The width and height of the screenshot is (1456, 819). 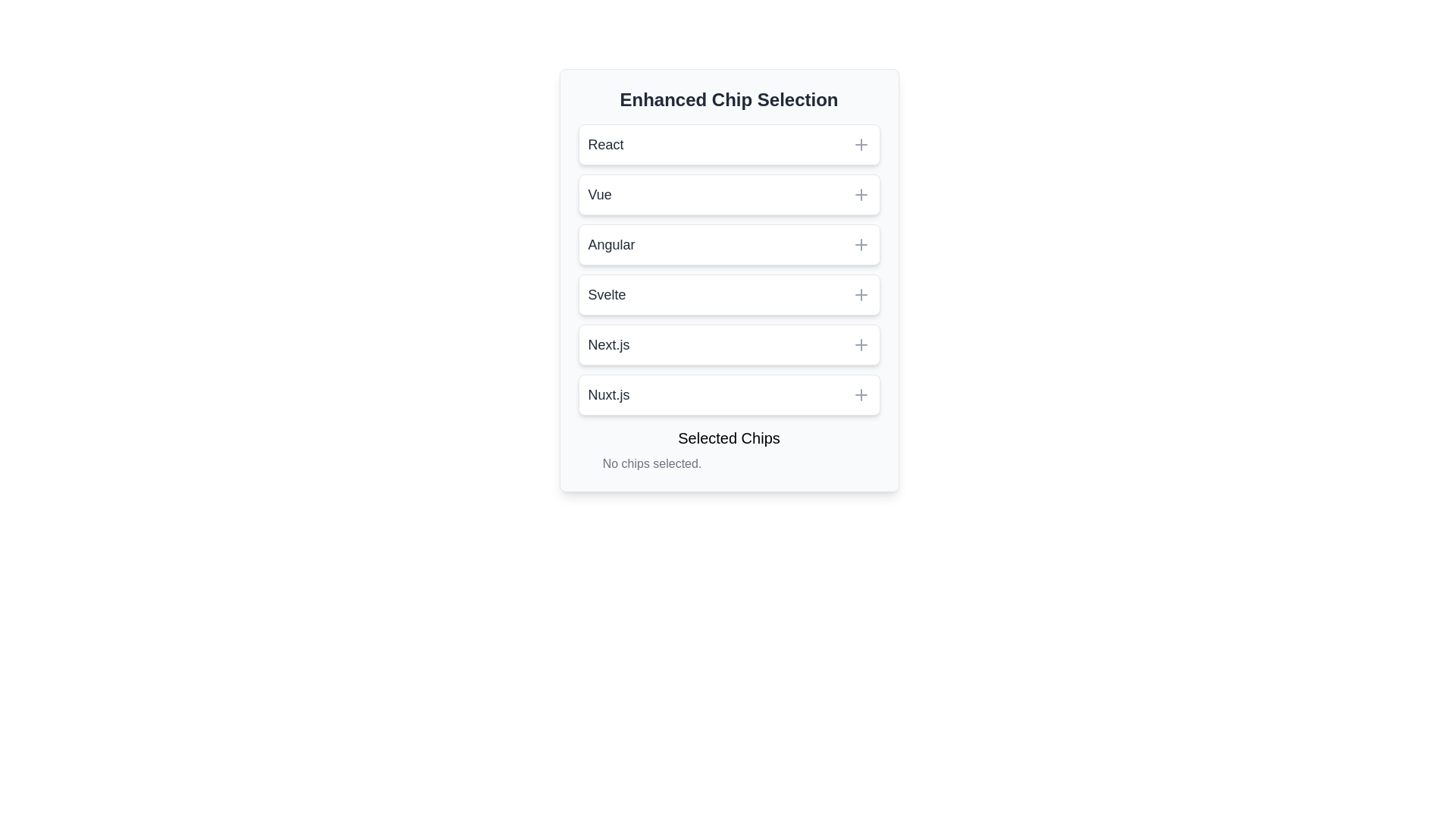 I want to click on the static text label representing the 'Svelte' option in the Enhanced Chip Selection panel, located in the third row between 'React' and 'Next.js', so click(x=607, y=295).